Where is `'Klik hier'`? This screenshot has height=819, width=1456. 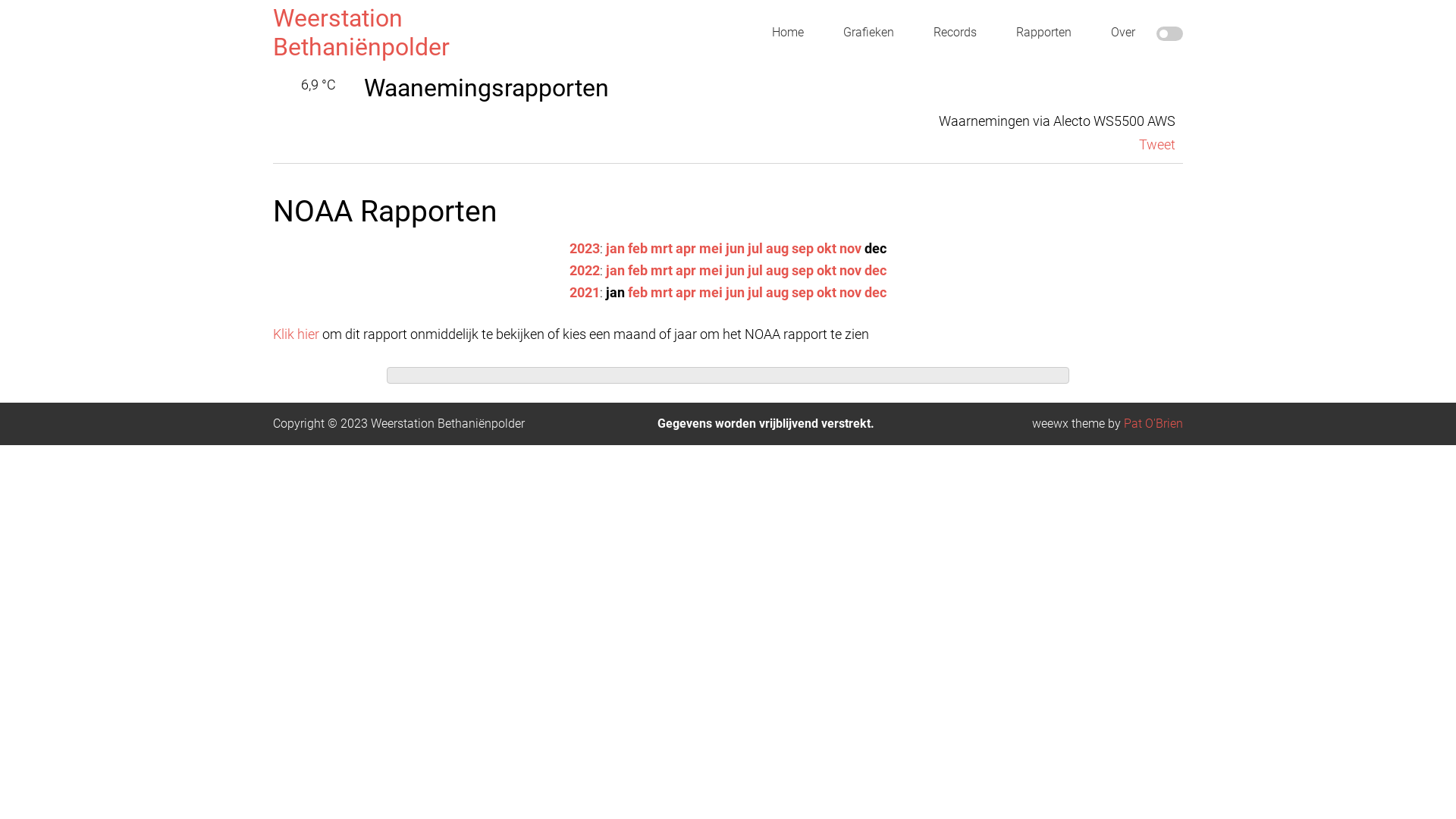
'Klik hier' is located at coordinates (296, 333).